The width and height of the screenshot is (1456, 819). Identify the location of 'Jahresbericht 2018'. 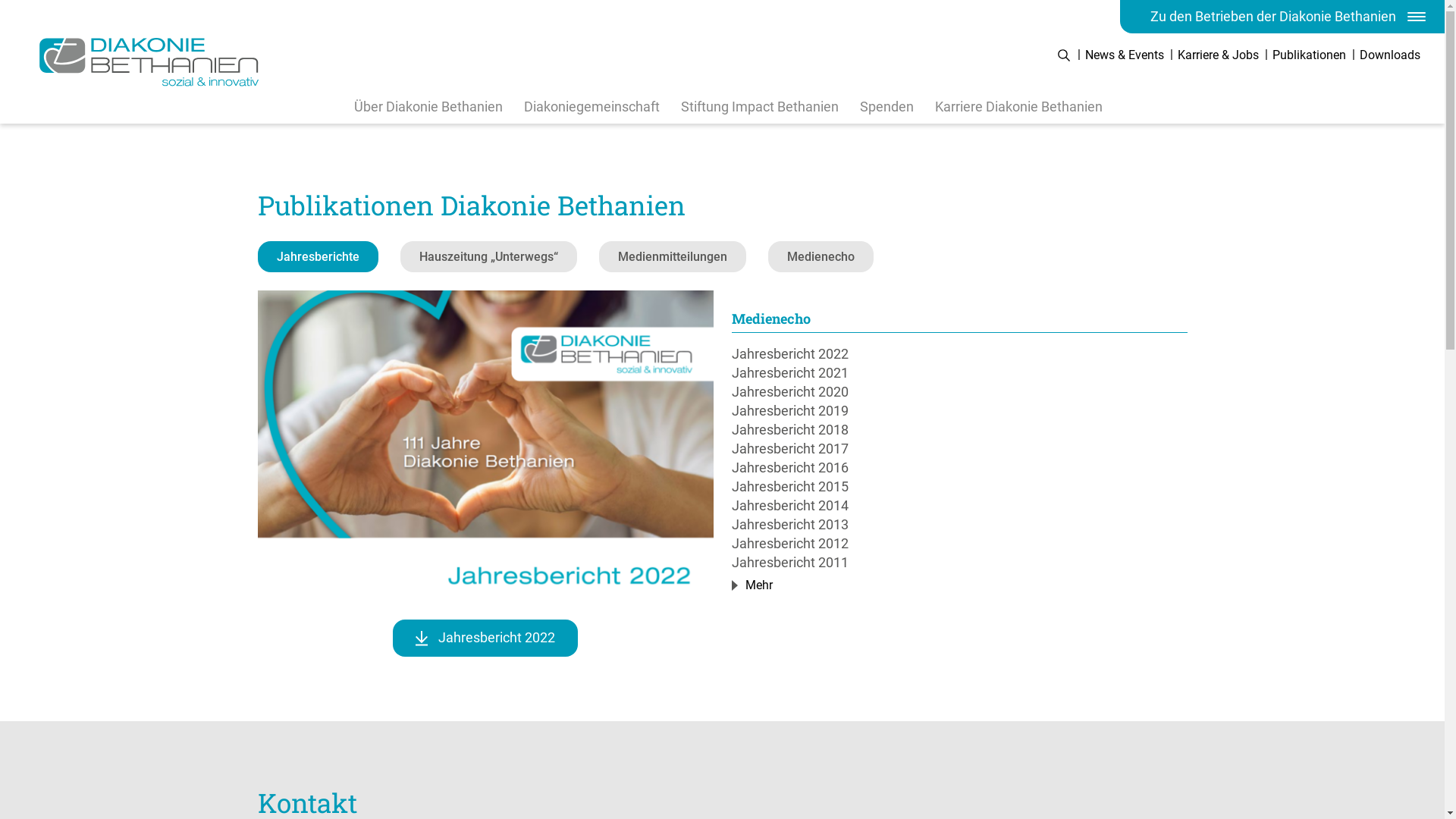
(958, 429).